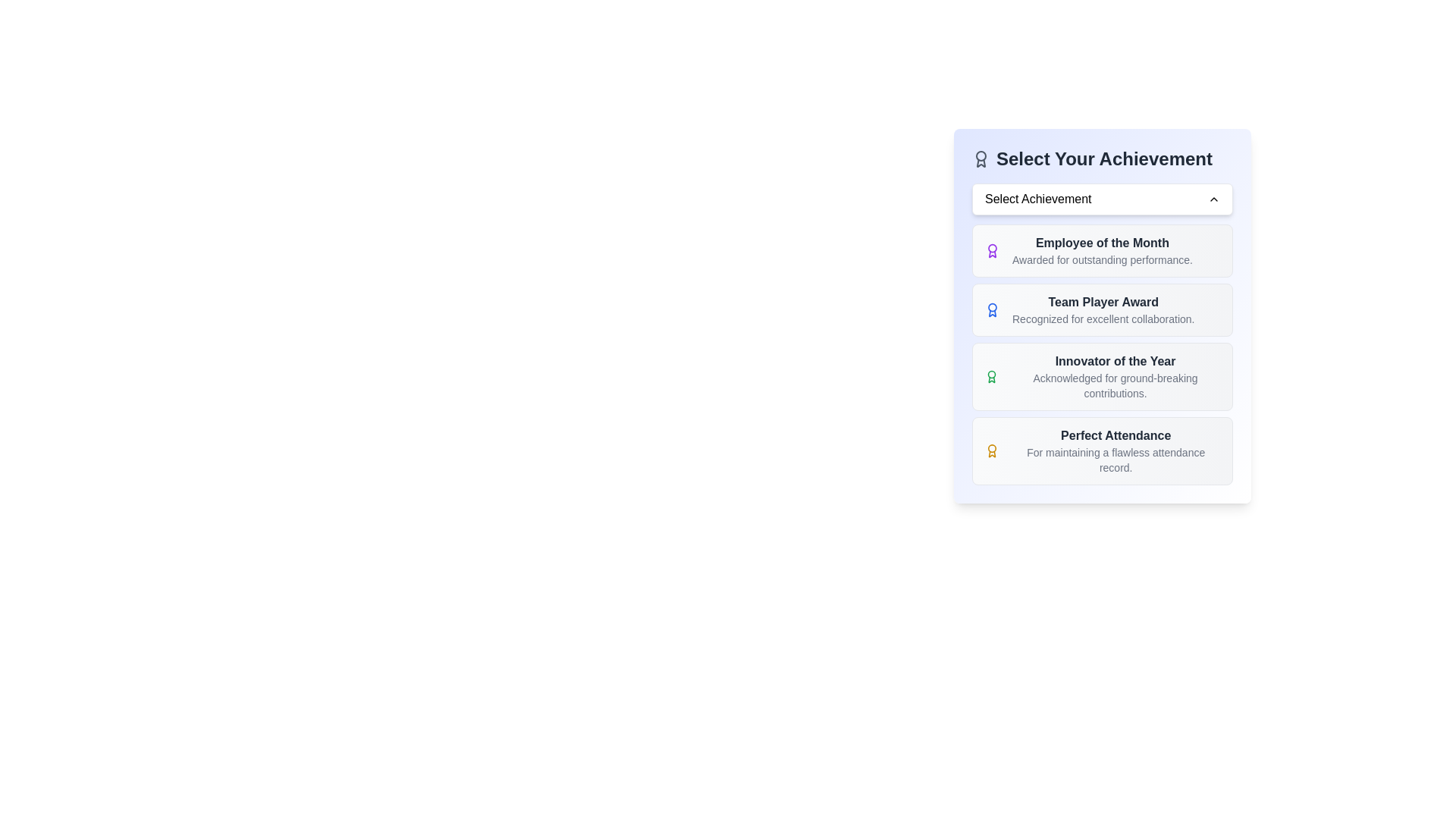  I want to click on the dropdown menu button located under the 'Select Your Achievement' title, so click(1103, 198).